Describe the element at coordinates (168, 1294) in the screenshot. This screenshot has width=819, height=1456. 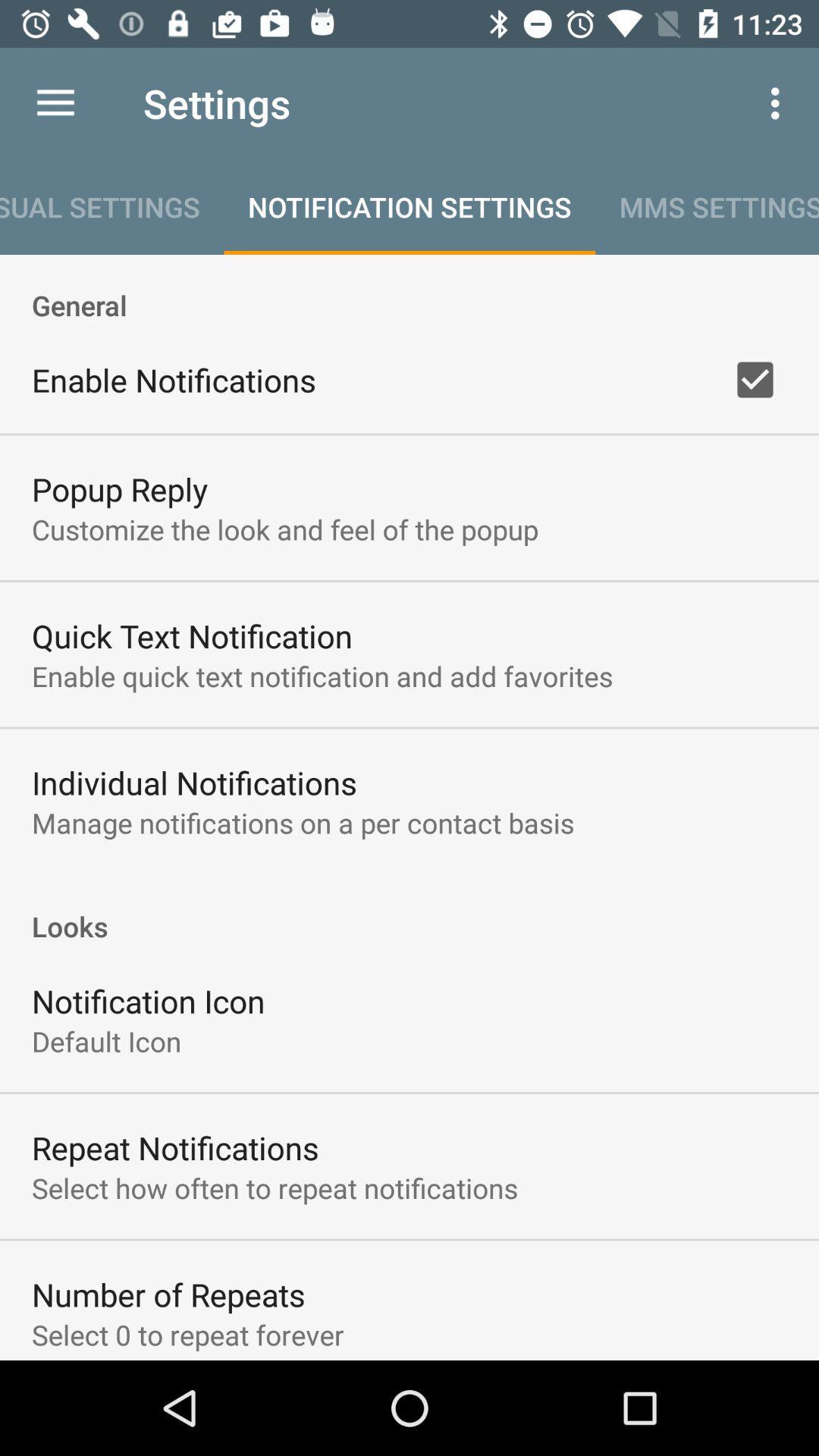
I see `the number of repeats icon` at that location.